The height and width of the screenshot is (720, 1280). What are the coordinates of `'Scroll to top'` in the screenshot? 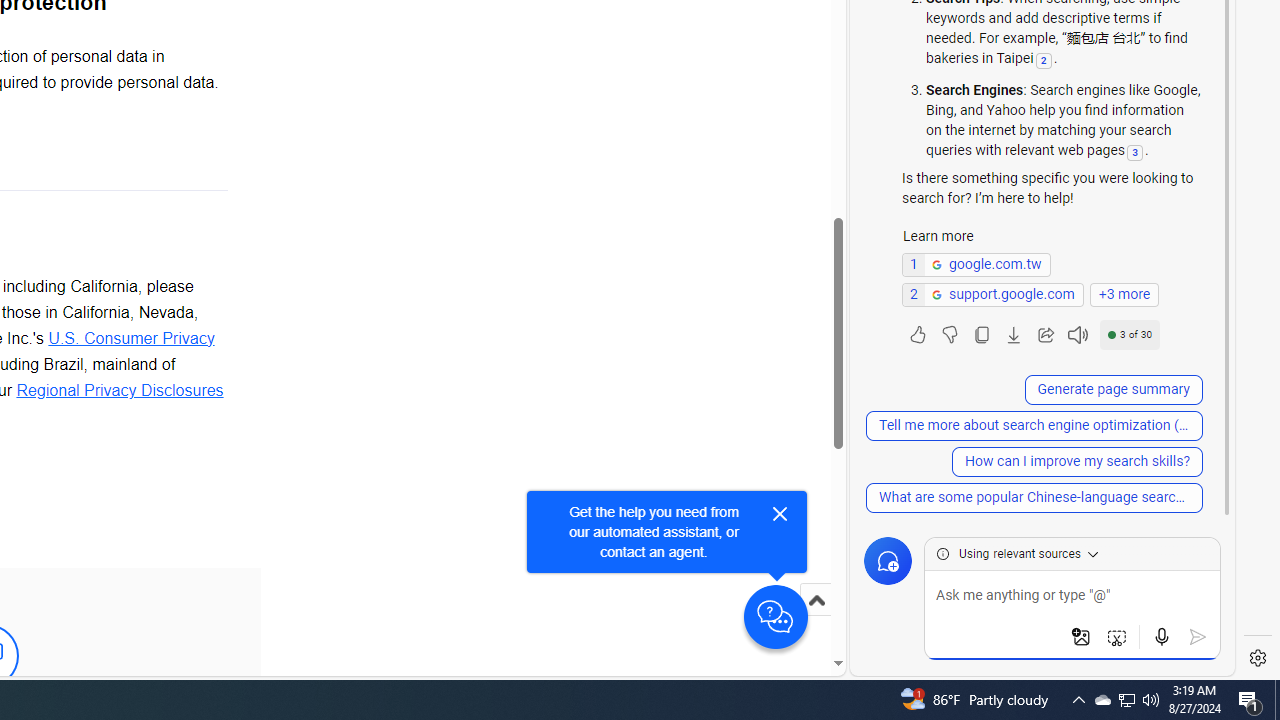 It's located at (816, 598).